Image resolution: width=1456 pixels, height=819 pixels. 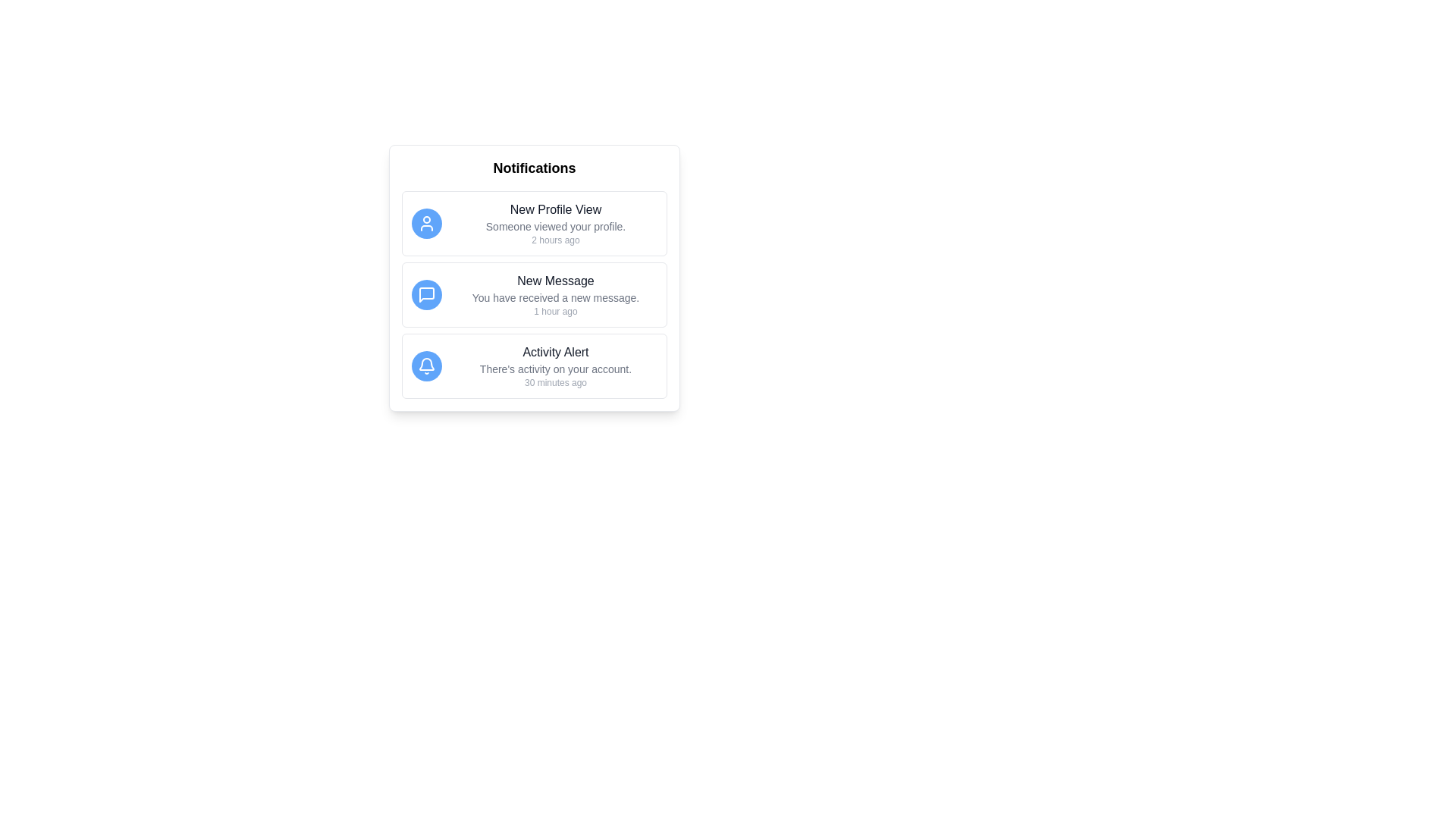 I want to click on text of the notification label that says 'Someone viewed your profile.' located below the title 'New Profile View' and above the timestamp '2 hours ago', so click(x=555, y=227).